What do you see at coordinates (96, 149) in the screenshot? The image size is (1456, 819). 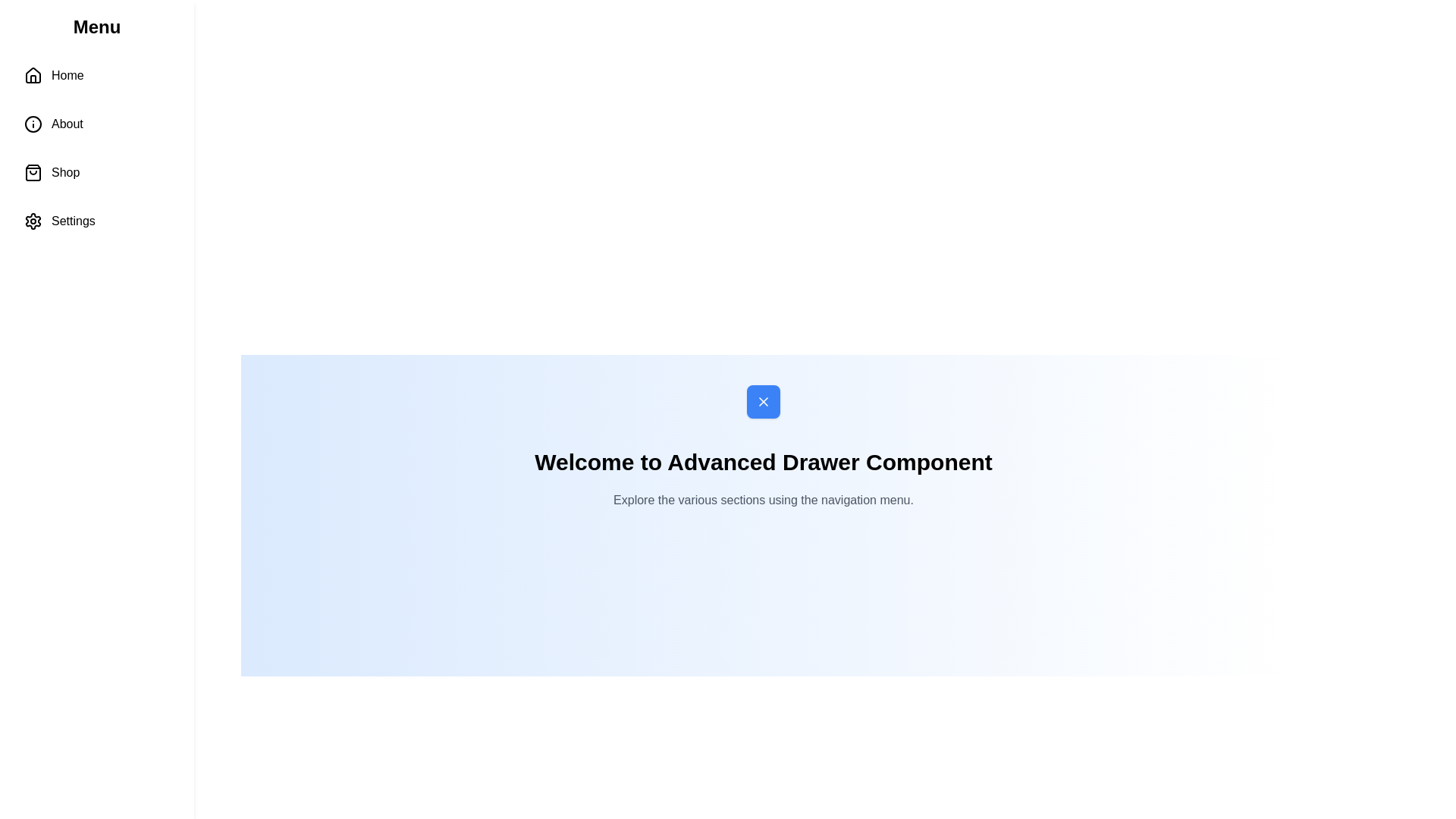 I see `the 'About' link in the vertical navigation menu located below the 'Menu' title` at bounding box center [96, 149].